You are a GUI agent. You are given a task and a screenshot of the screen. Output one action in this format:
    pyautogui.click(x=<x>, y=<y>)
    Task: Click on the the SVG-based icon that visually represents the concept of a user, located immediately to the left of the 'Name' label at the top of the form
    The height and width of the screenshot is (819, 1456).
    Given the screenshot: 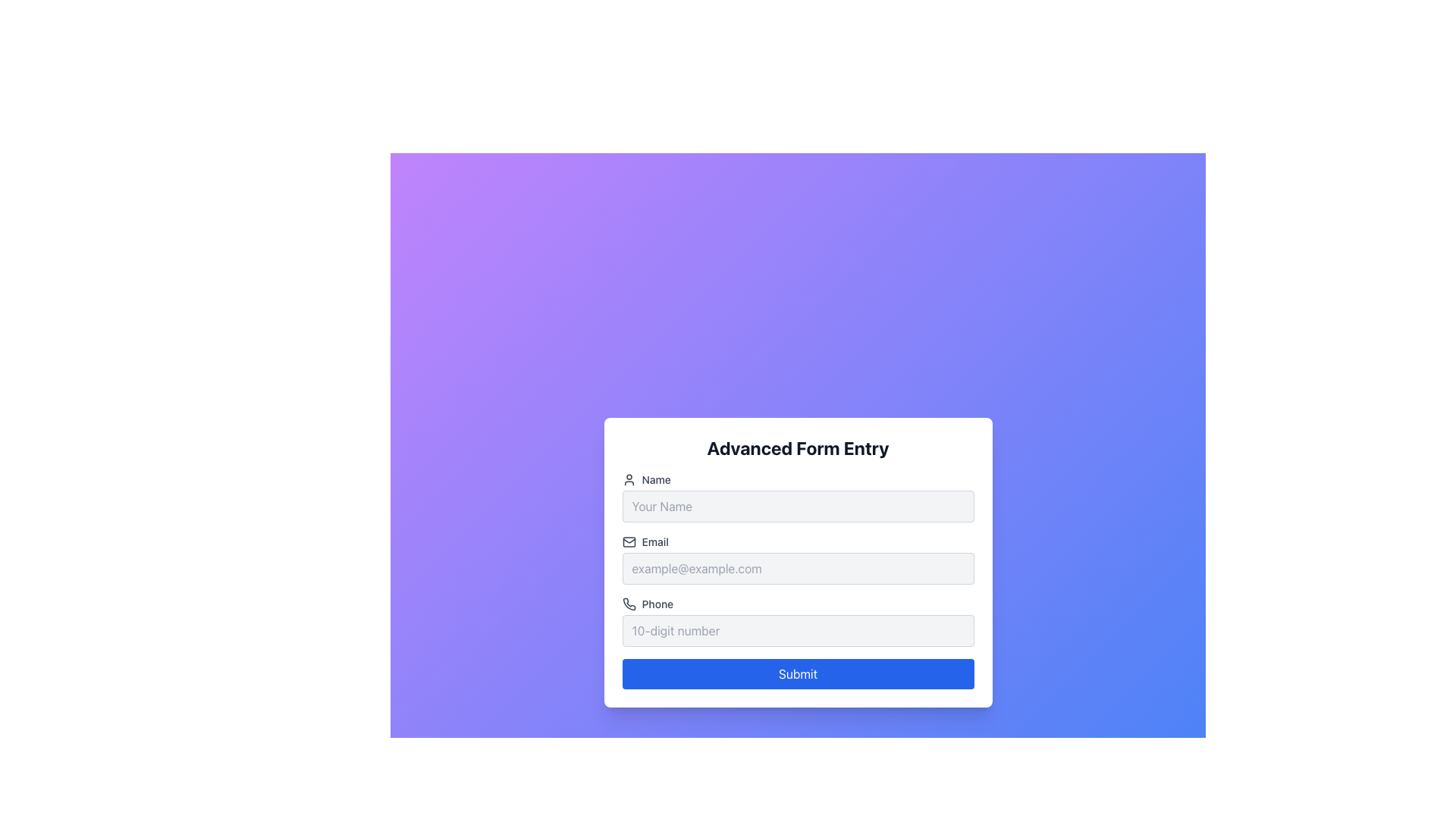 What is the action you would take?
    pyautogui.click(x=629, y=479)
    